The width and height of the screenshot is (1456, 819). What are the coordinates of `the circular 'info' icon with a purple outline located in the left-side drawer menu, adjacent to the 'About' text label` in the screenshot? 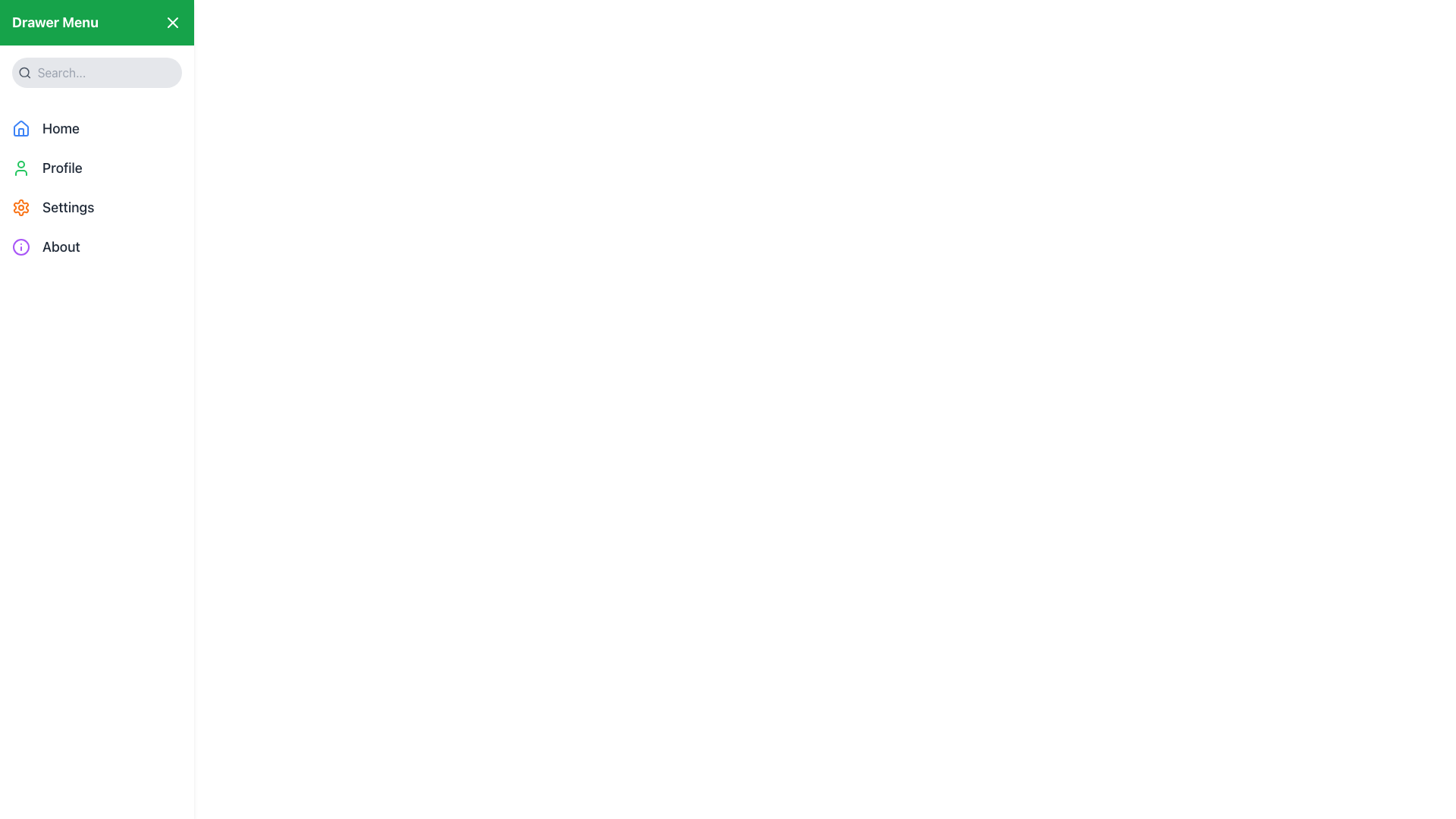 It's located at (21, 246).